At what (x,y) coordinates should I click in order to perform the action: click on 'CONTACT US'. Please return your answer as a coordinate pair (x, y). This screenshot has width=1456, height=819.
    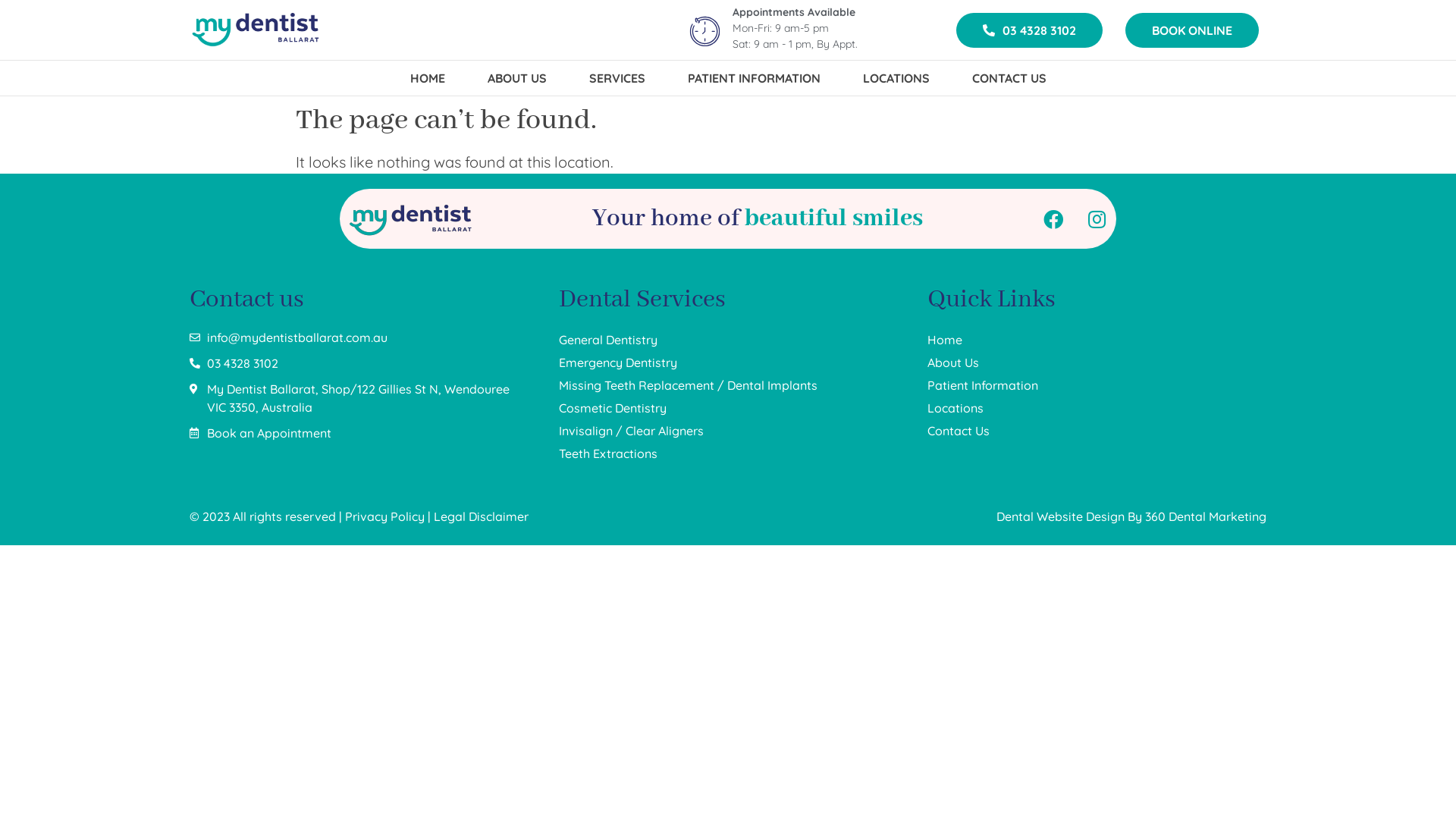
    Looking at the image, I should click on (1009, 78).